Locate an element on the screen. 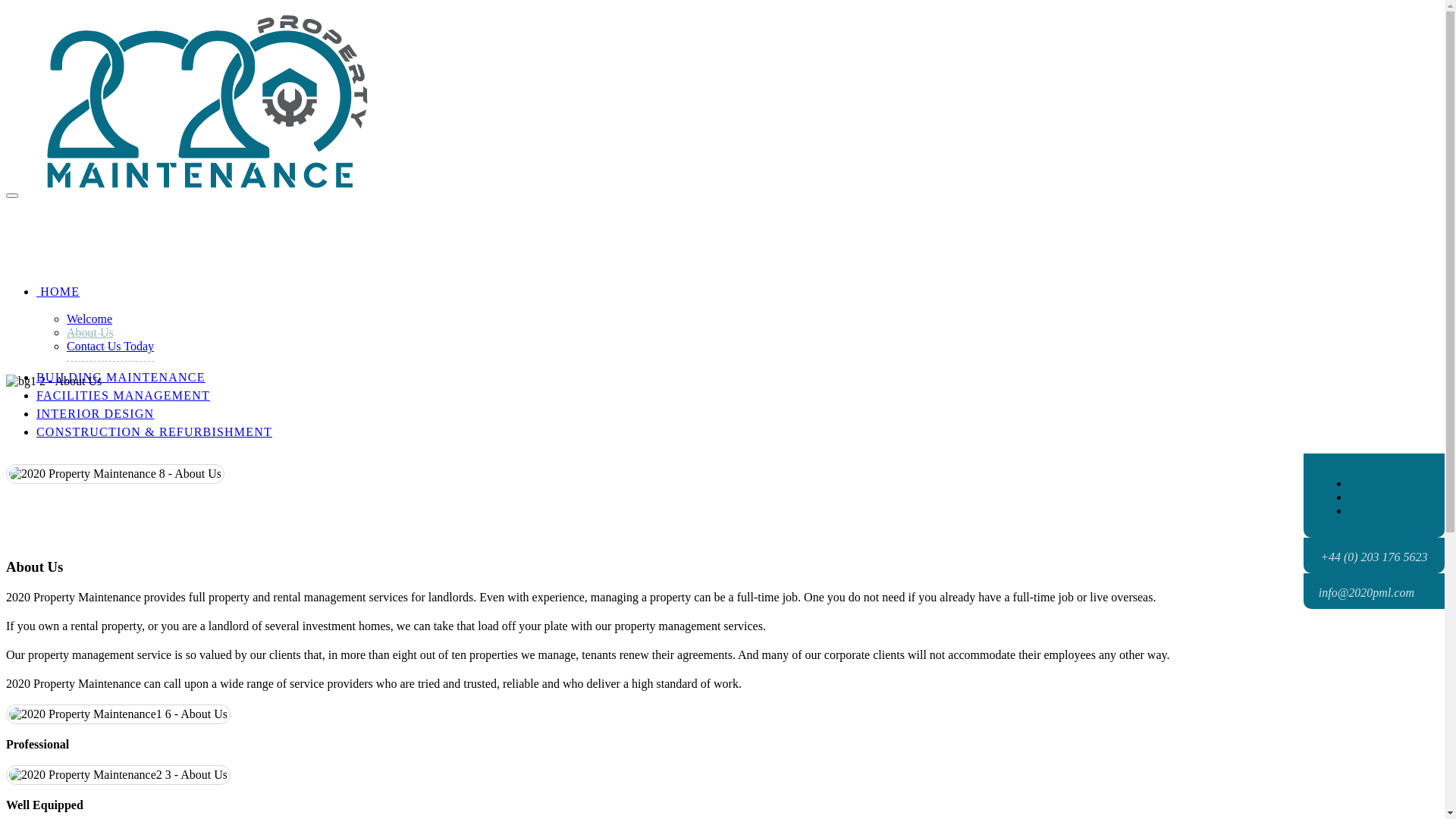 This screenshot has height=819, width=1456. 'About Us' is located at coordinates (118, 775).